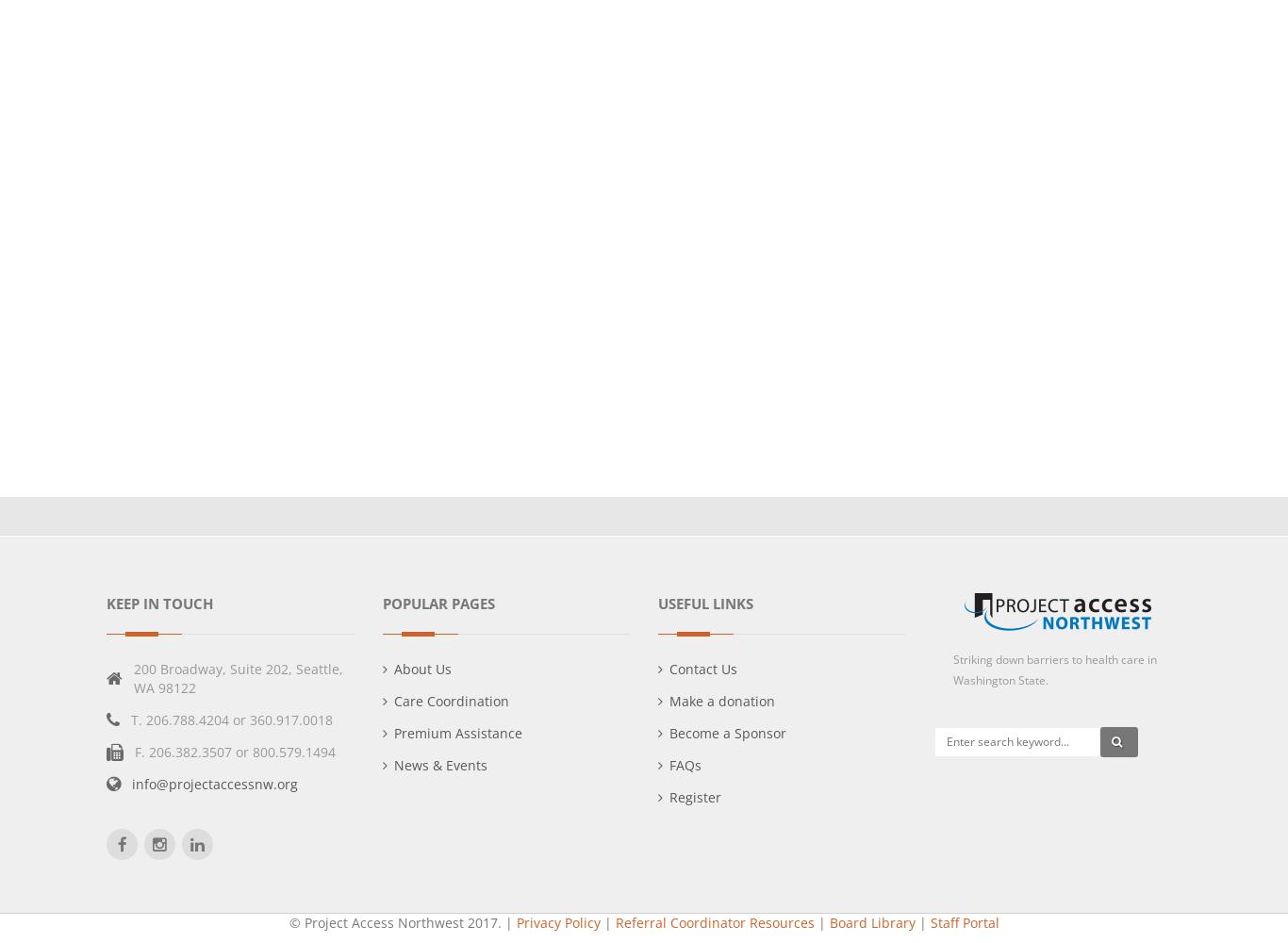  Describe the element at coordinates (722, 699) in the screenshot. I see `'Make a donation'` at that location.